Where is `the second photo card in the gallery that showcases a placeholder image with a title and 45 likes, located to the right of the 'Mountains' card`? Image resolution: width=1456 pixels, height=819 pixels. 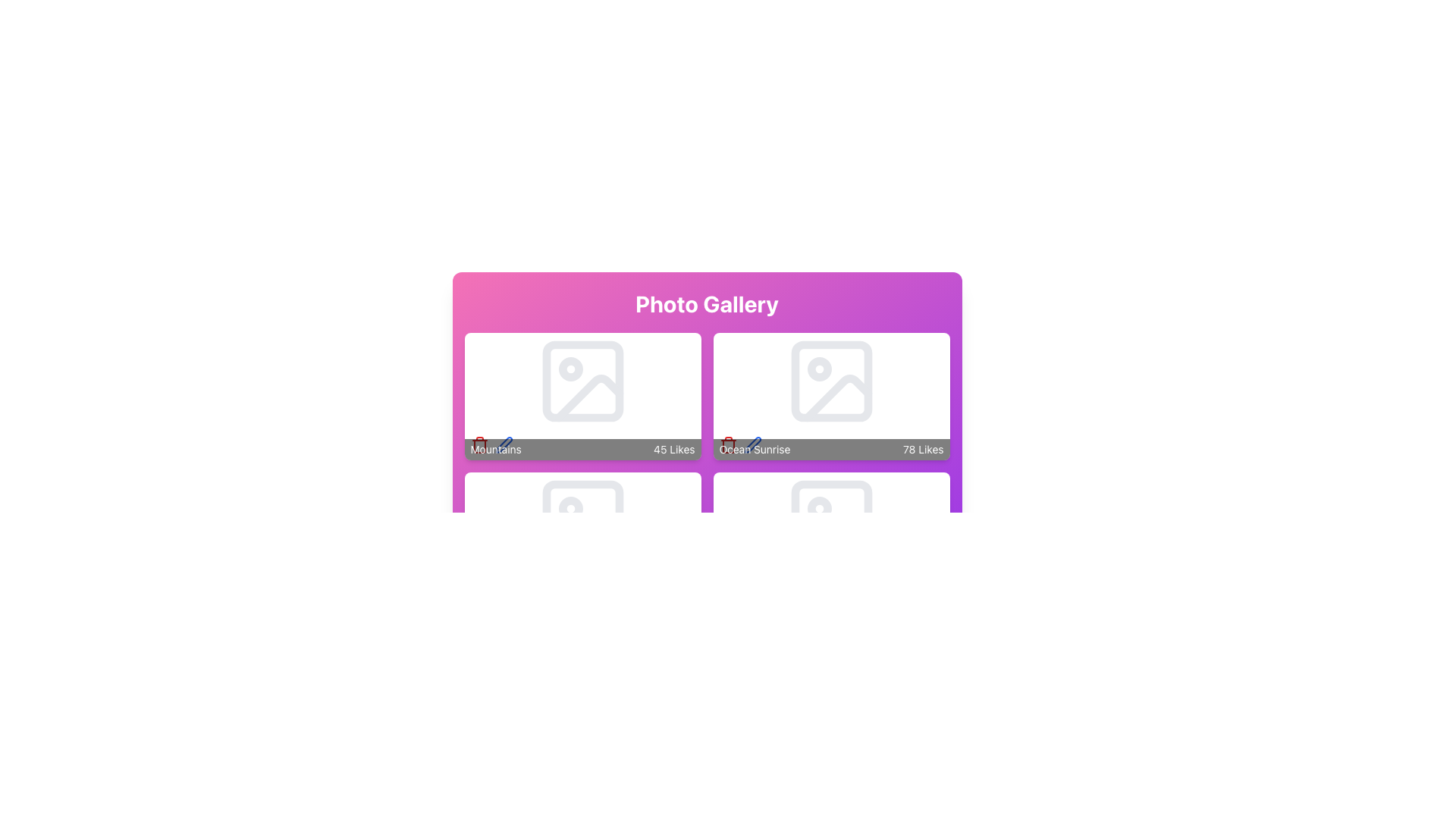 the second photo card in the gallery that showcases a placeholder image with a title and 45 likes, located to the right of the 'Mountains' card is located at coordinates (830, 396).